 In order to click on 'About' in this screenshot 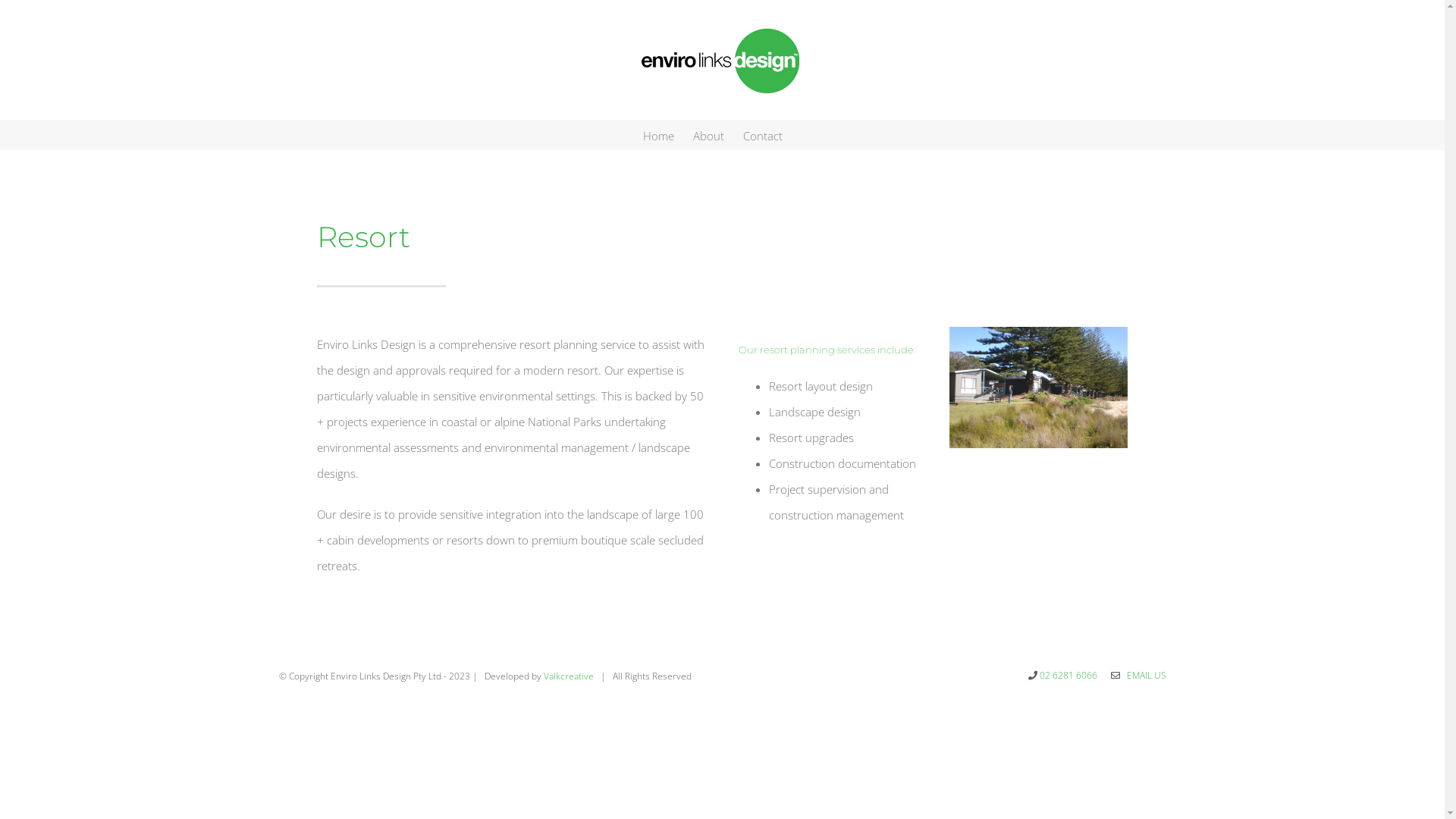, I will do `click(708, 133)`.